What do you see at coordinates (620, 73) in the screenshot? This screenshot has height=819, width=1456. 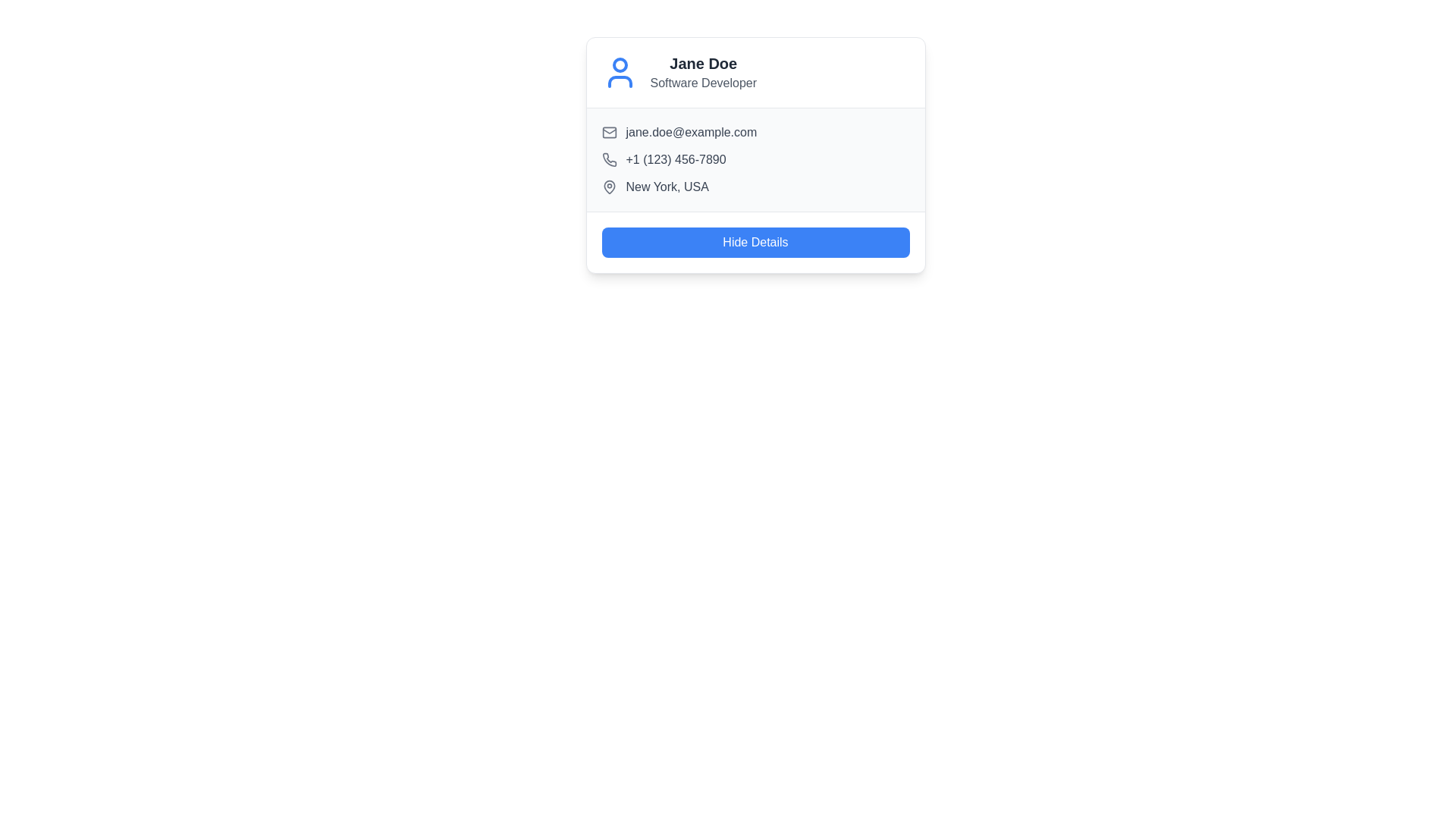 I see `the person icon in the top-left section of the card component, which is represented by a circular head and a simplified body with a blue outline` at bounding box center [620, 73].